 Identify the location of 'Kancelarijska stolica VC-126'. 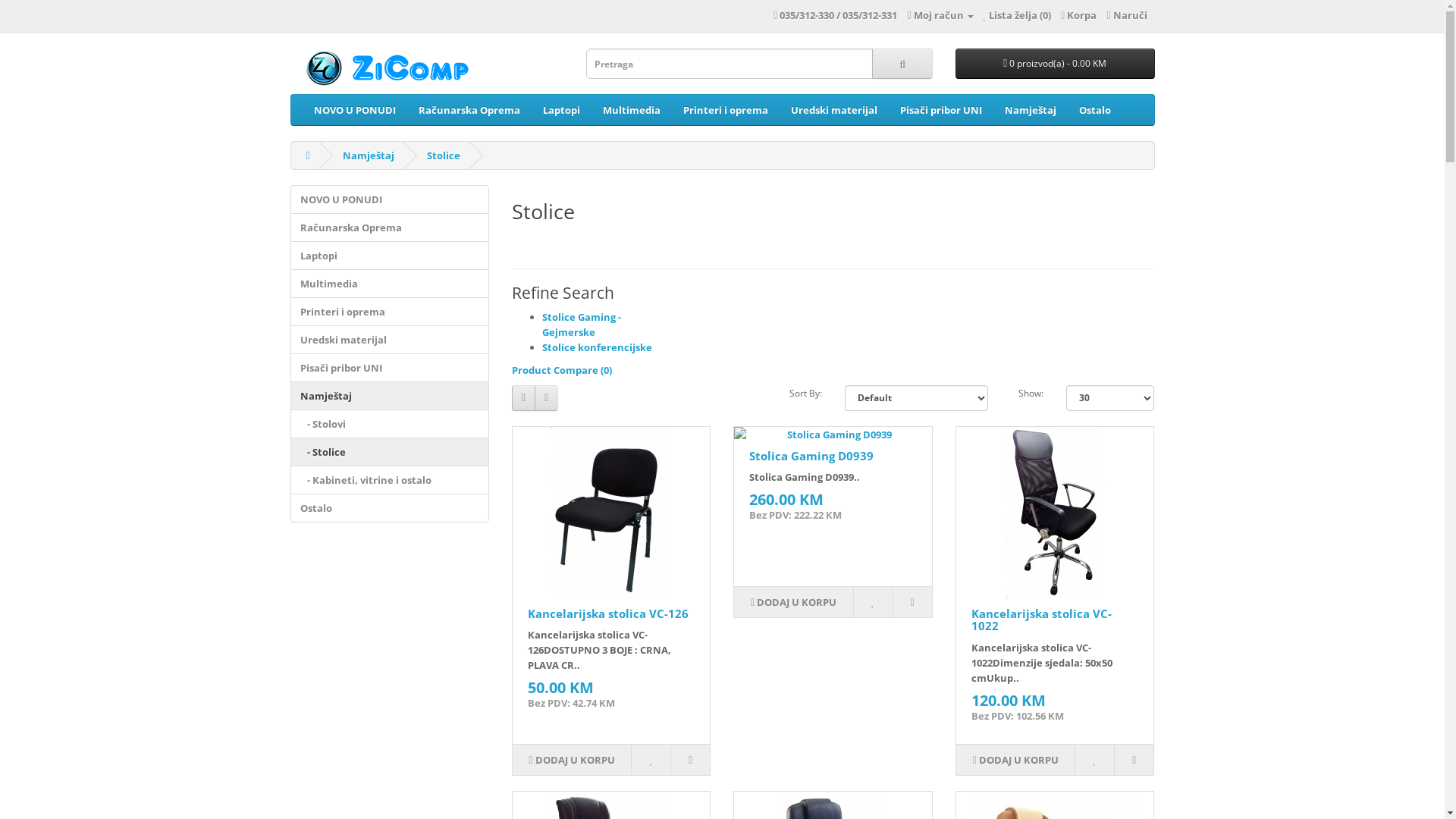
(607, 613).